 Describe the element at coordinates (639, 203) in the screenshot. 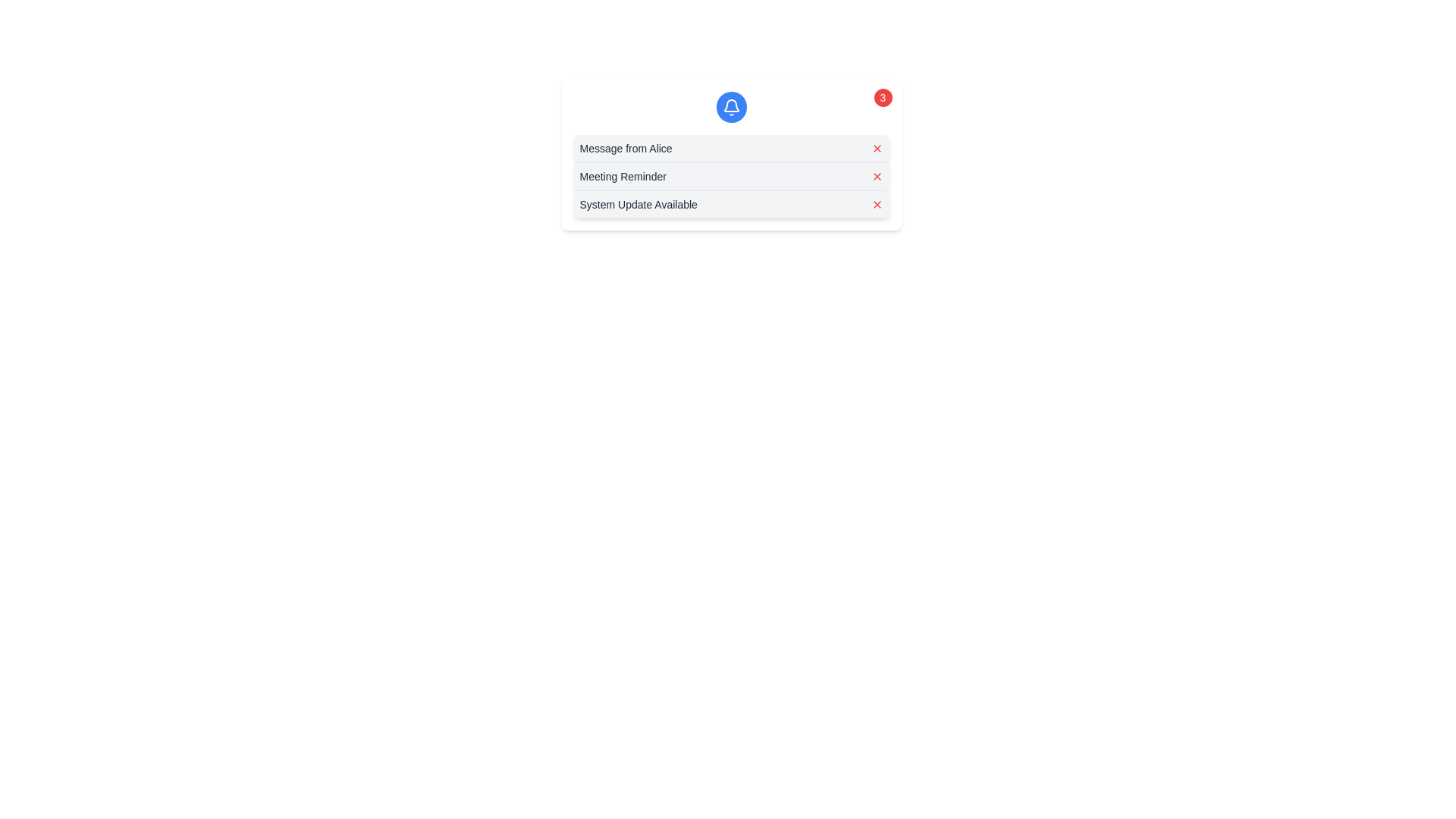

I see `the text element that reads 'System Update Available', which is styled in a small gray font and located within a horizontally-aligned notification bar` at that location.